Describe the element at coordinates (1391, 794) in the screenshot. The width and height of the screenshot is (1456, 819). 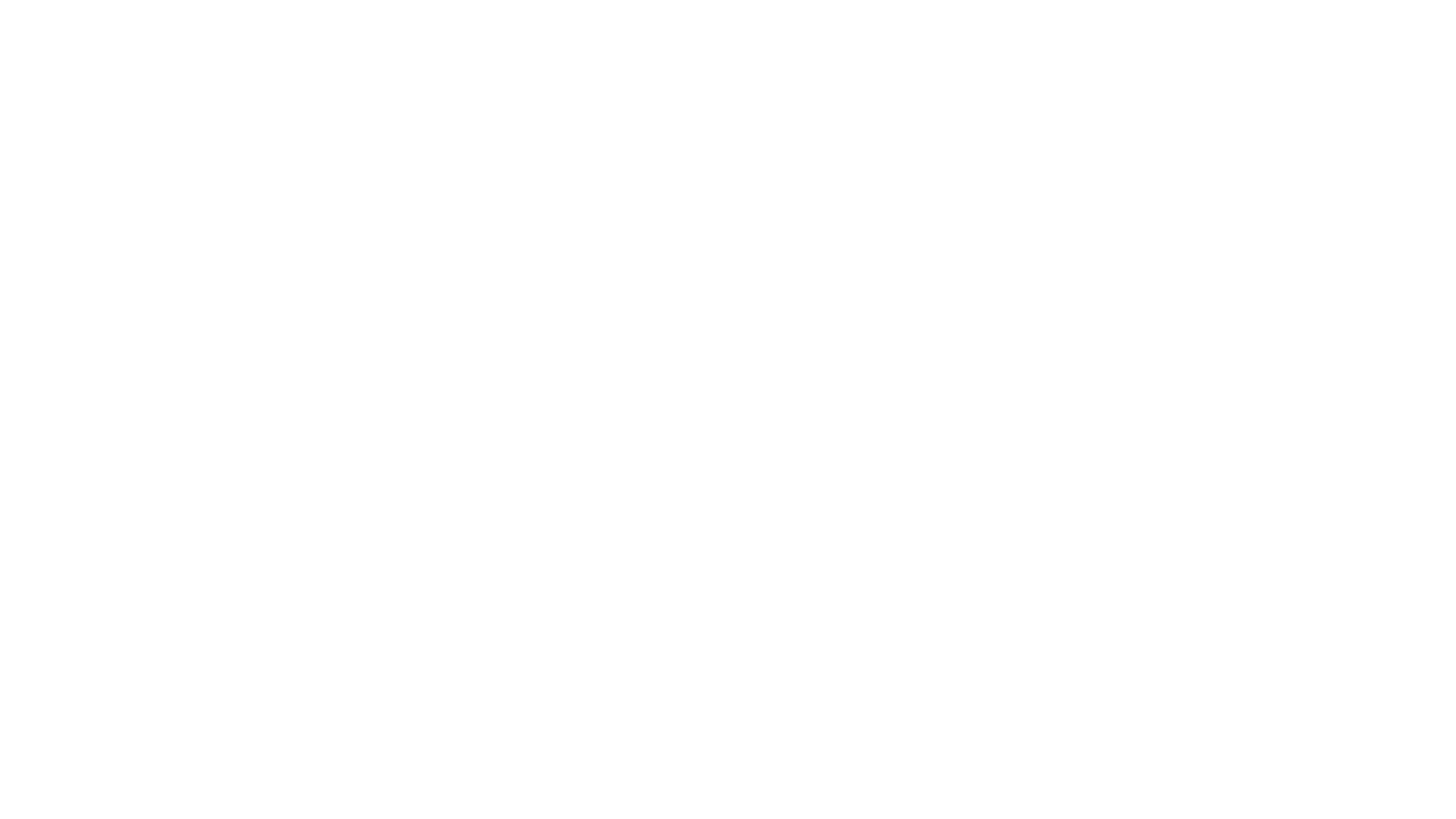
I see `Accept` at that location.